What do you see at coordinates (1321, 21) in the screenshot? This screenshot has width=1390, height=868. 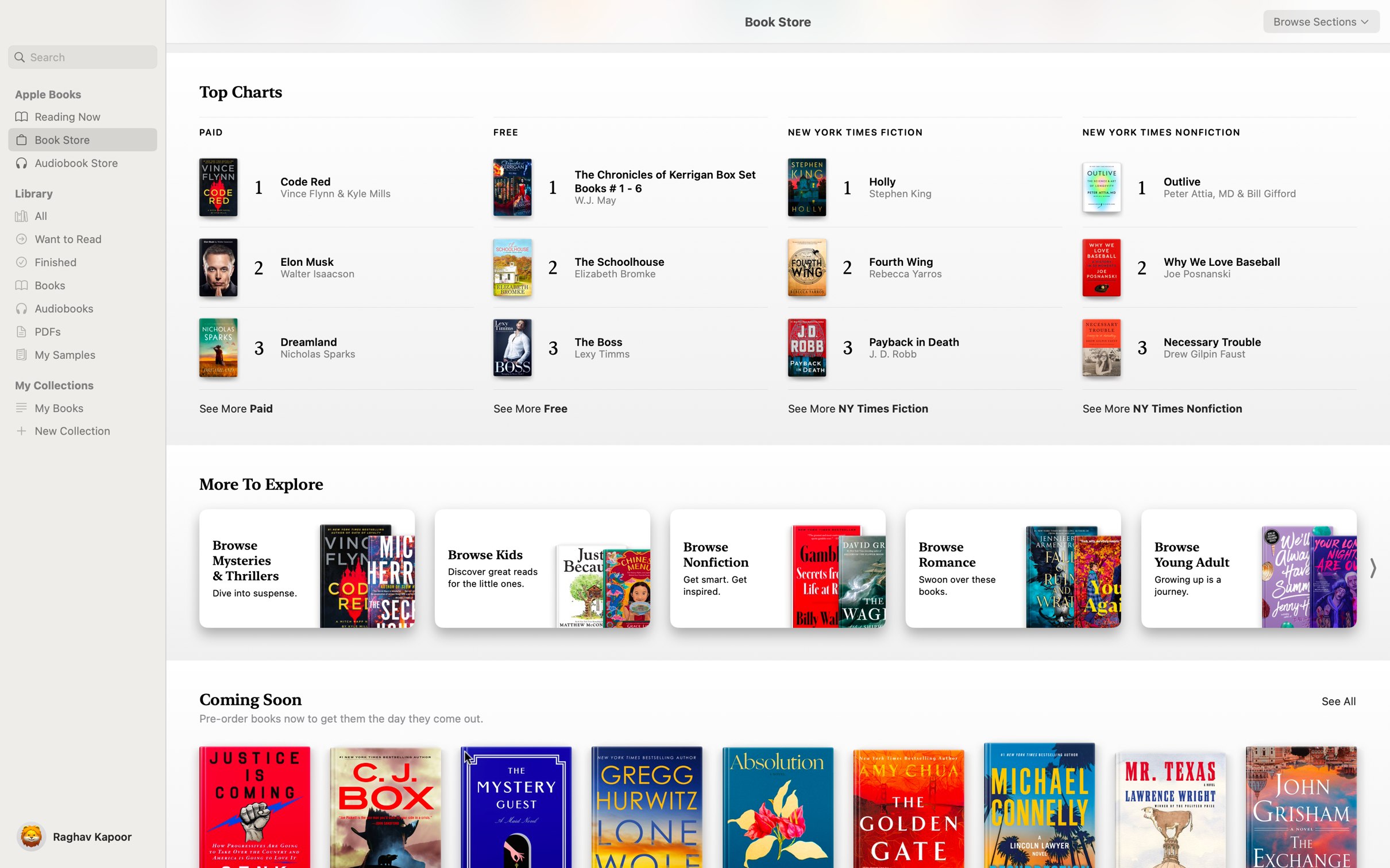 I see `Navigate and select "Romance" from the dropdown menu in the top right` at bounding box center [1321, 21].